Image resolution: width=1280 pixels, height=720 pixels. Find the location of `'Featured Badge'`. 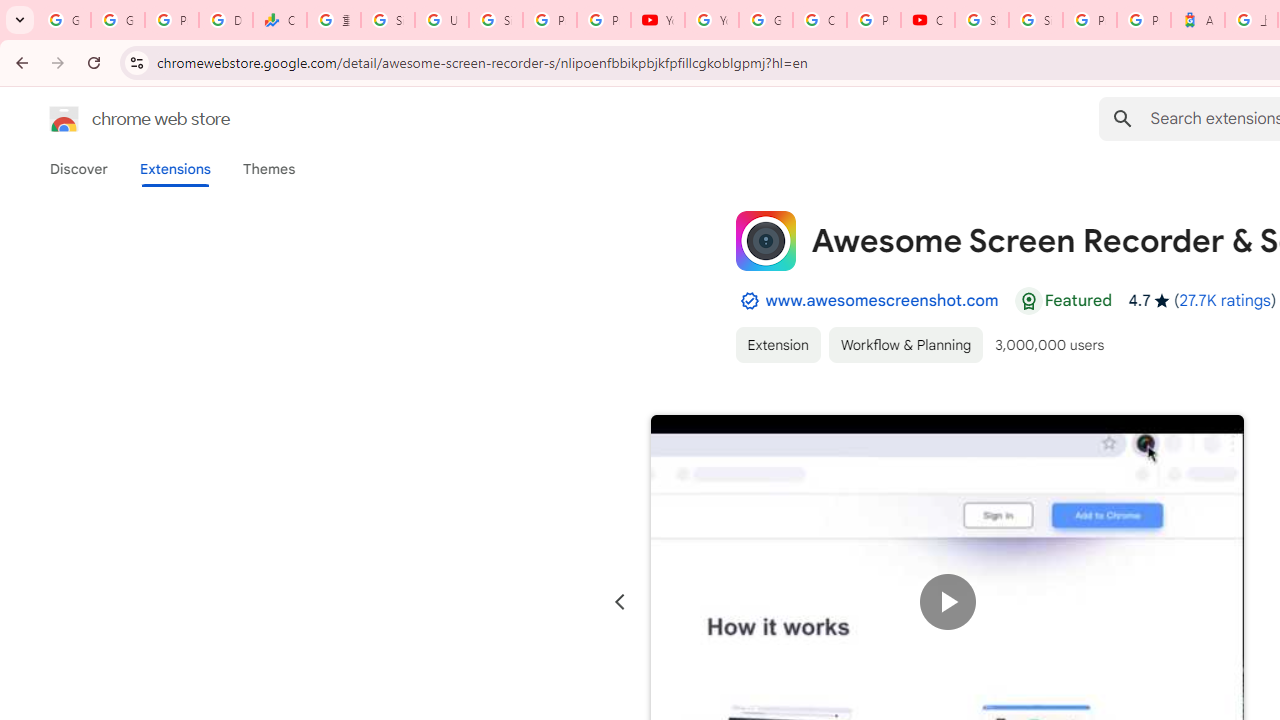

'Featured Badge' is located at coordinates (1028, 301).